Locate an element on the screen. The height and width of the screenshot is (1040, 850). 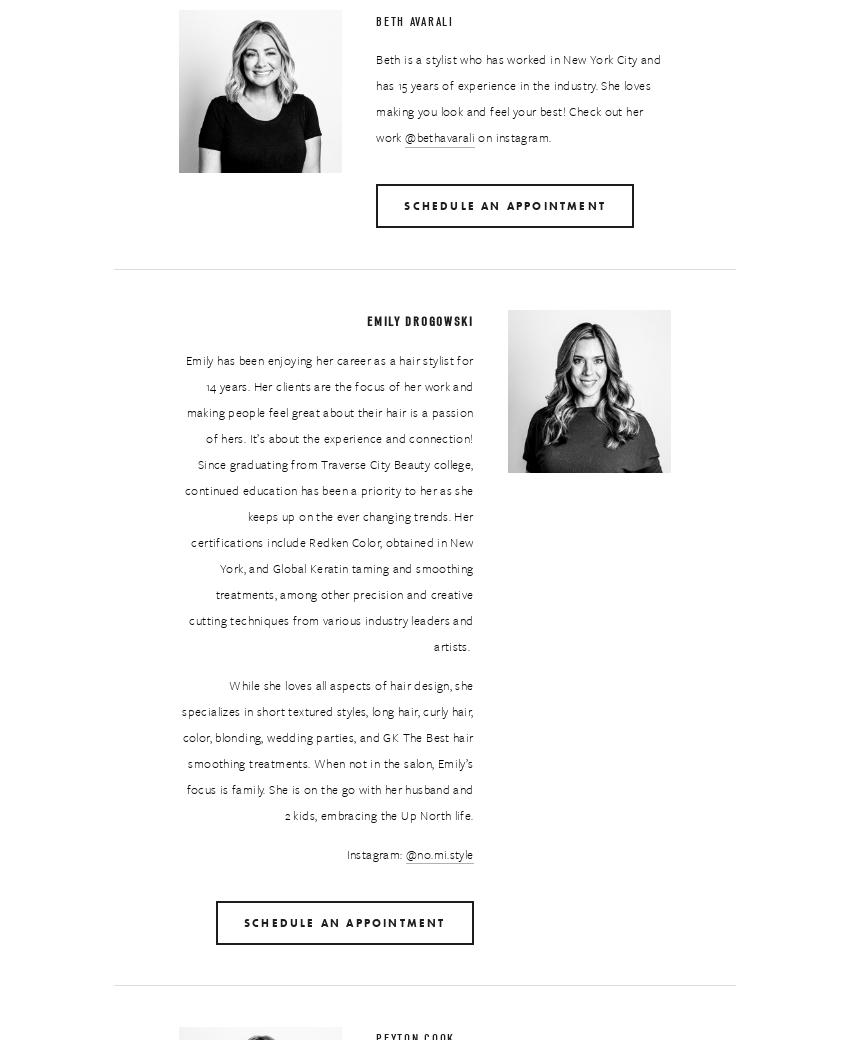
'Beth Avarali' is located at coordinates (414, 19).